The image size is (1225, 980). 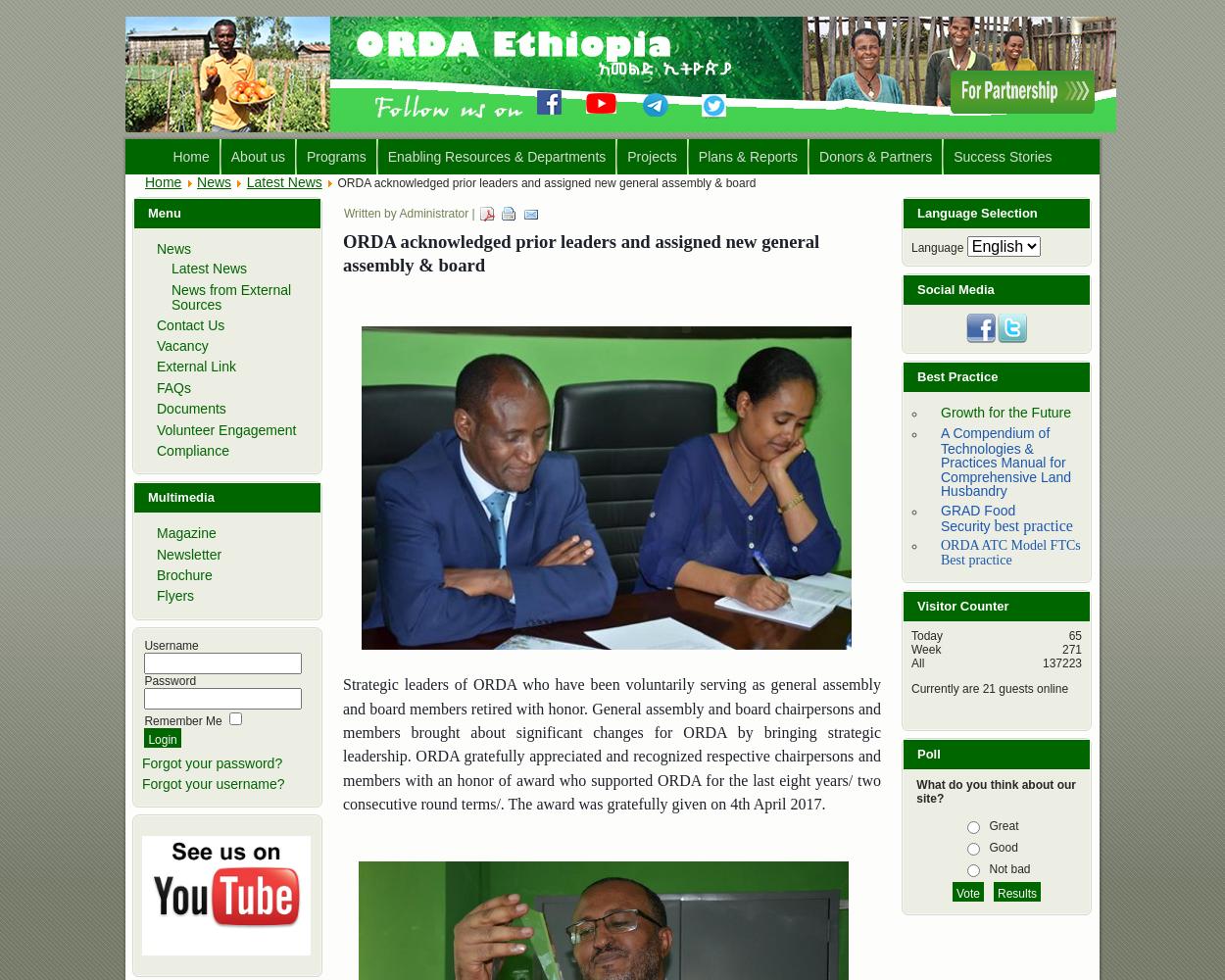 What do you see at coordinates (737, 230) in the screenshot?
I see `'Plan archive'` at bounding box center [737, 230].